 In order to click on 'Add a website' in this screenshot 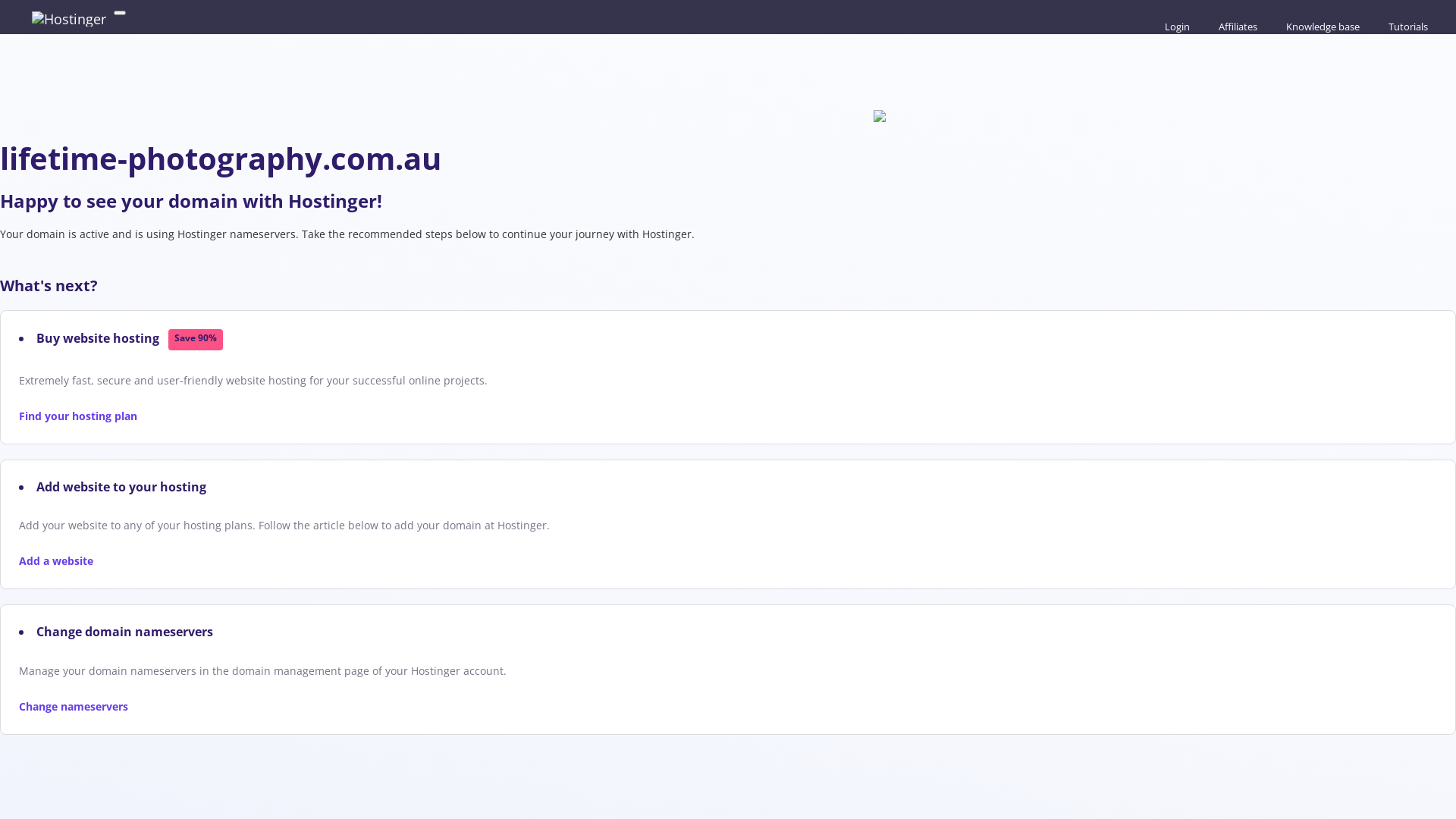, I will do `click(55, 560)`.